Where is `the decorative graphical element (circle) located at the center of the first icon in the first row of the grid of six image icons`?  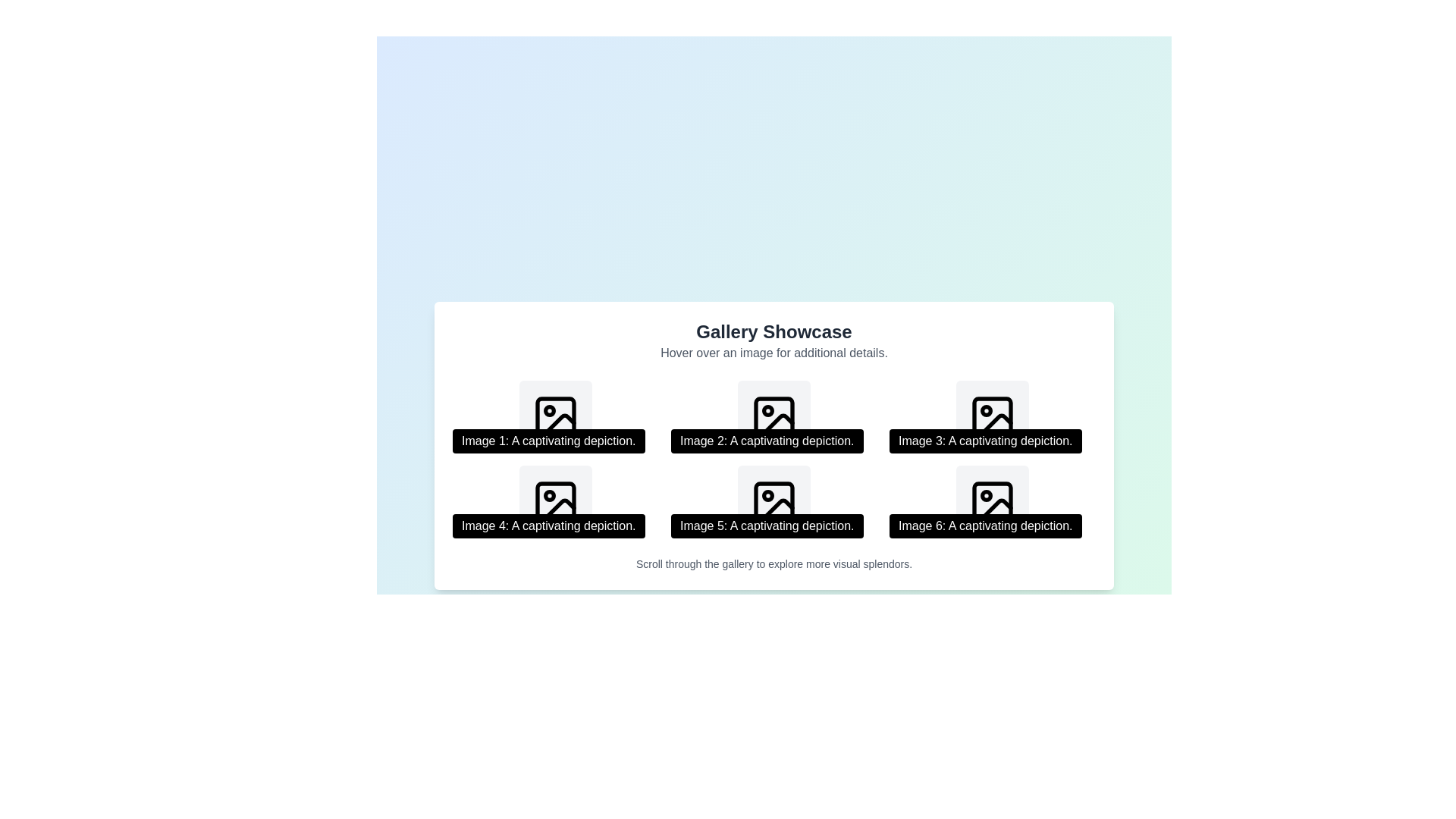
the decorative graphical element (circle) located at the center of the first icon in the first row of the grid of six image icons is located at coordinates (548, 411).